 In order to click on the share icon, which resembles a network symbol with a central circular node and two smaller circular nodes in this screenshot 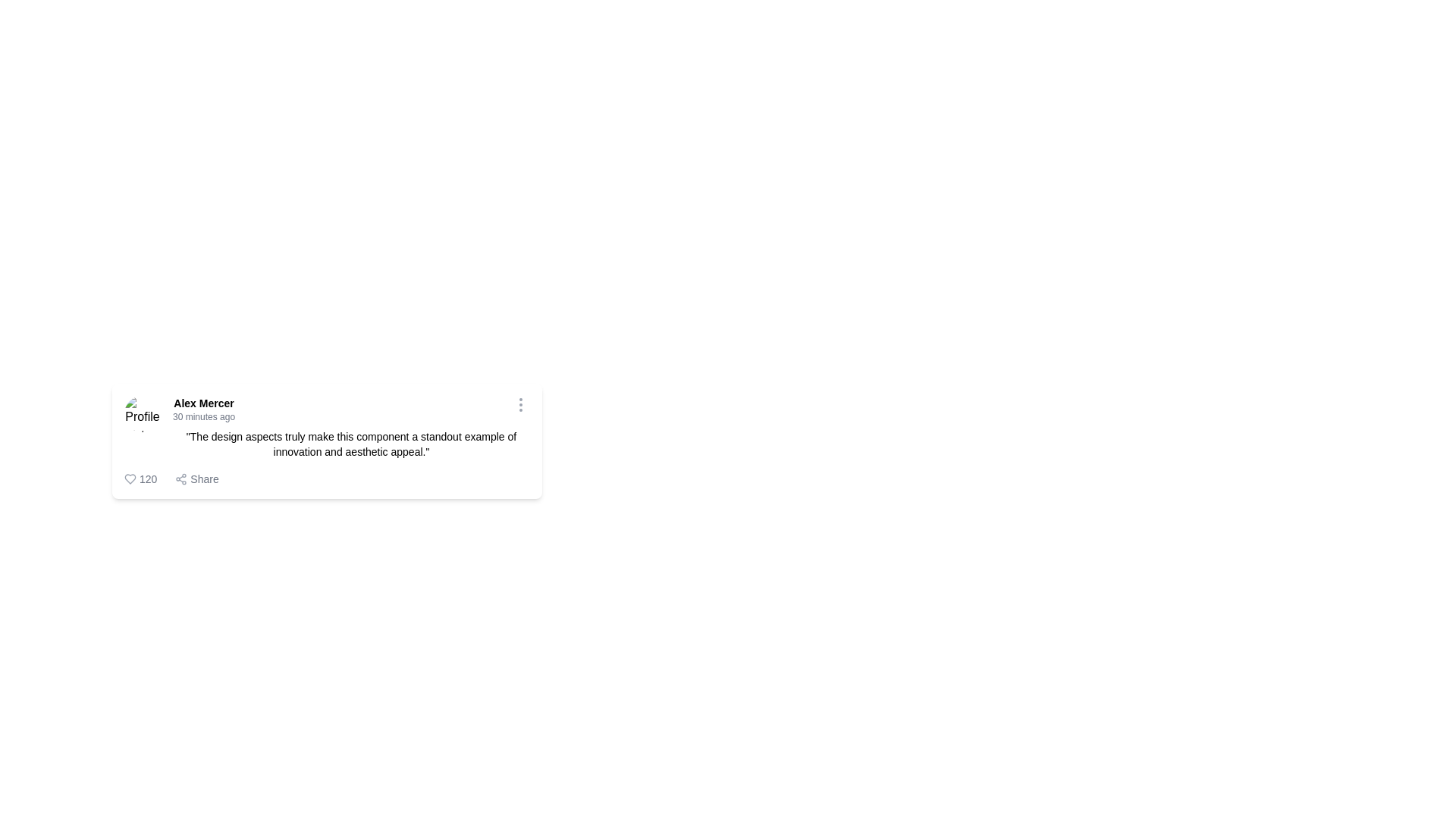, I will do `click(181, 479)`.